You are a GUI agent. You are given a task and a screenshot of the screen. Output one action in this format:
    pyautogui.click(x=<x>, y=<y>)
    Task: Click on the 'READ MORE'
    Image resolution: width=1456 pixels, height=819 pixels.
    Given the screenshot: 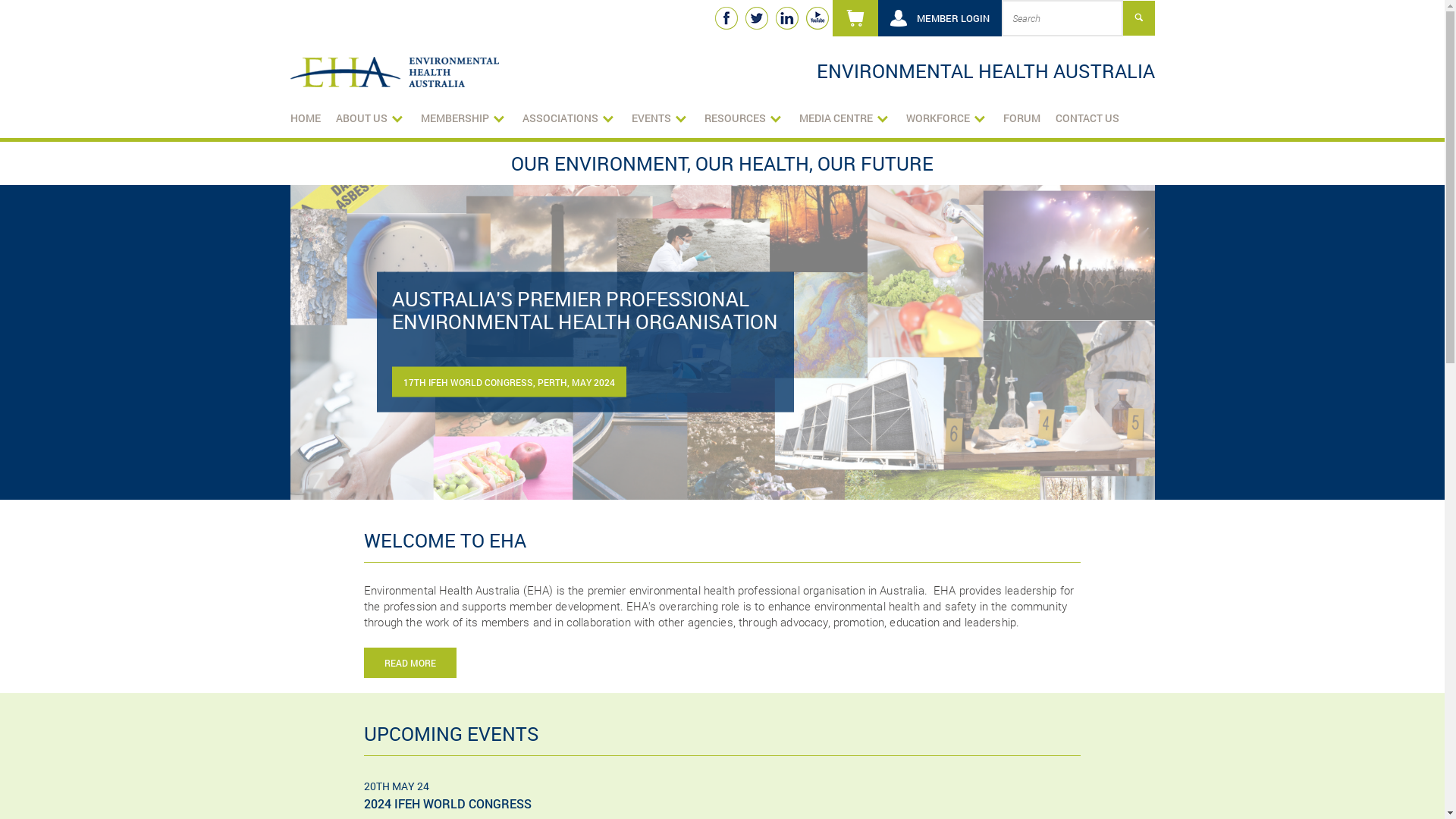 What is the action you would take?
    pyautogui.click(x=410, y=662)
    